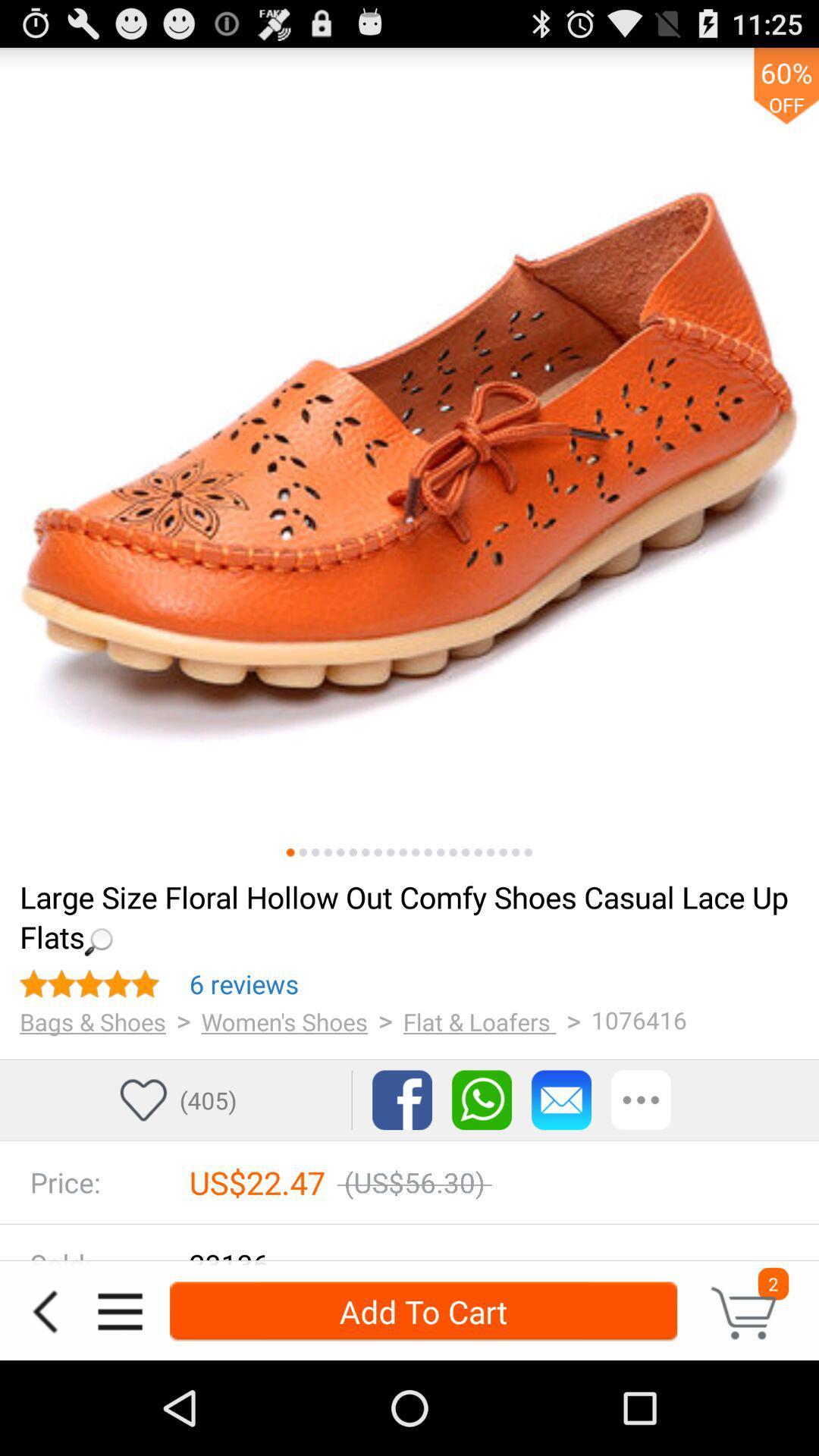  What do you see at coordinates (491, 852) in the screenshot?
I see `previous images` at bounding box center [491, 852].